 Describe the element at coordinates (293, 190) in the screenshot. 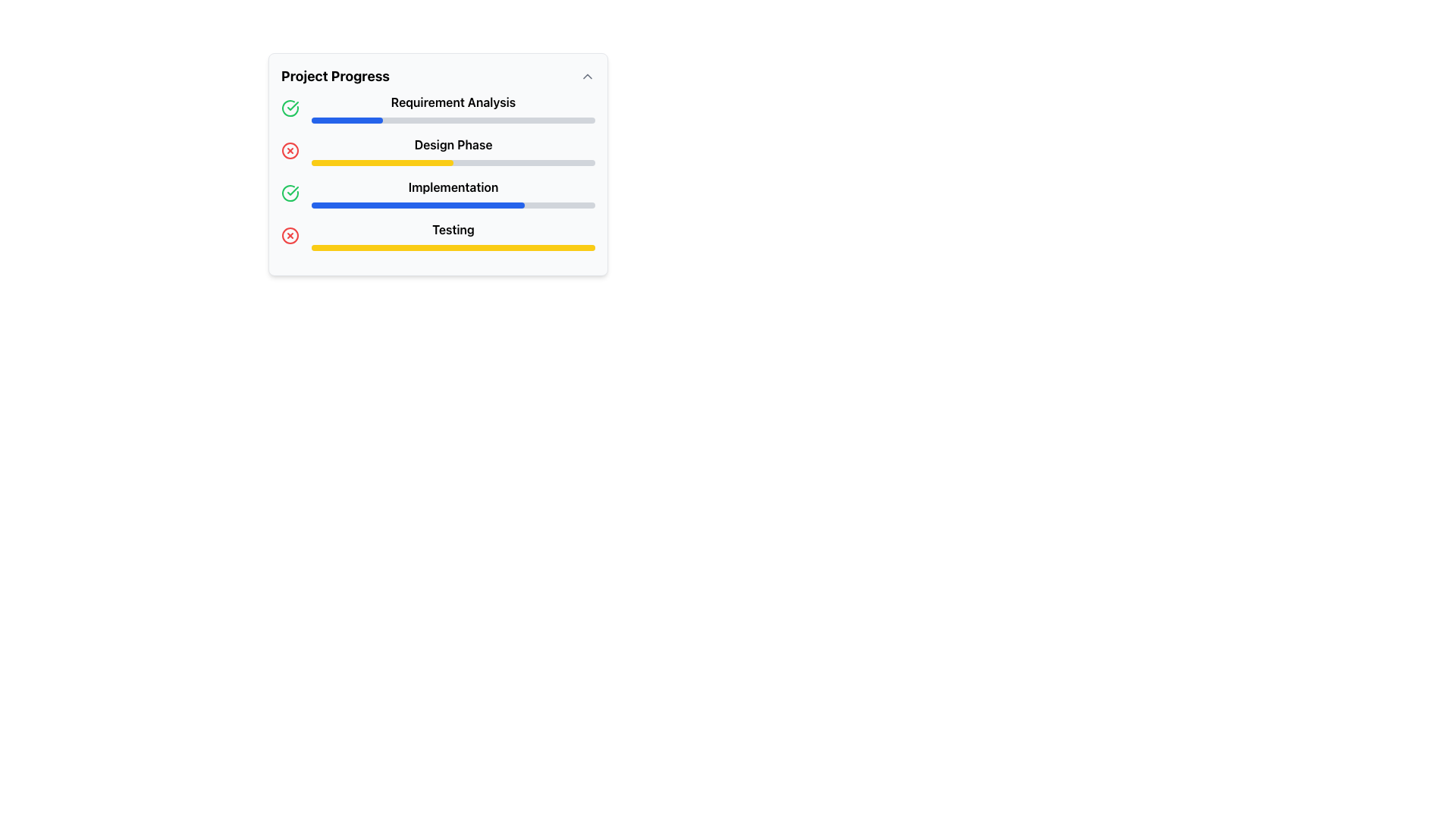

I see `the icon representing the completed phase in the project timeline located to the left of 'Requirement Analysis' in the 'Project Progress' component` at that location.